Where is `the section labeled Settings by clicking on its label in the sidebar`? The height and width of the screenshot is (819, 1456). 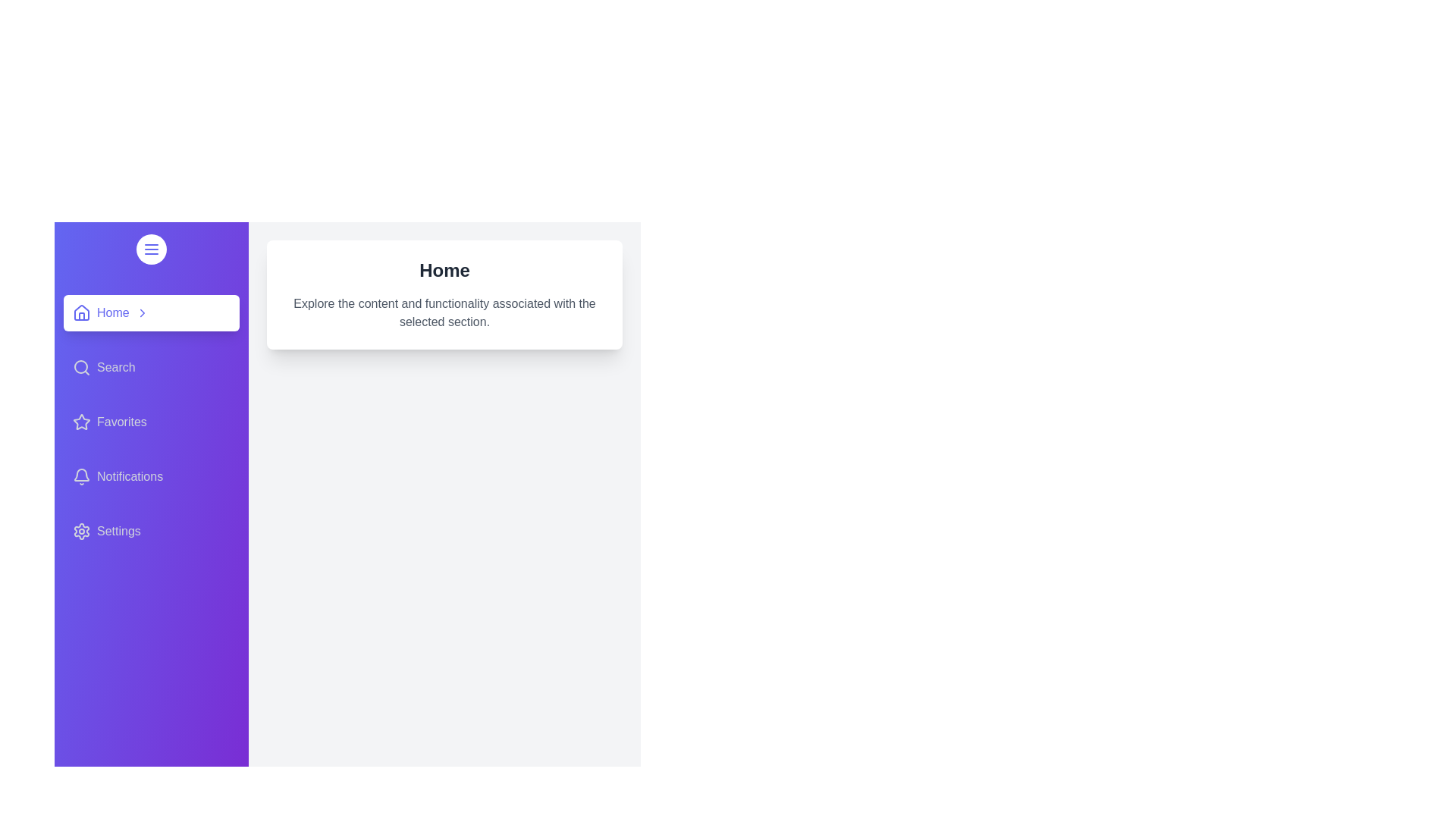 the section labeled Settings by clicking on its label in the sidebar is located at coordinates (152, 531).